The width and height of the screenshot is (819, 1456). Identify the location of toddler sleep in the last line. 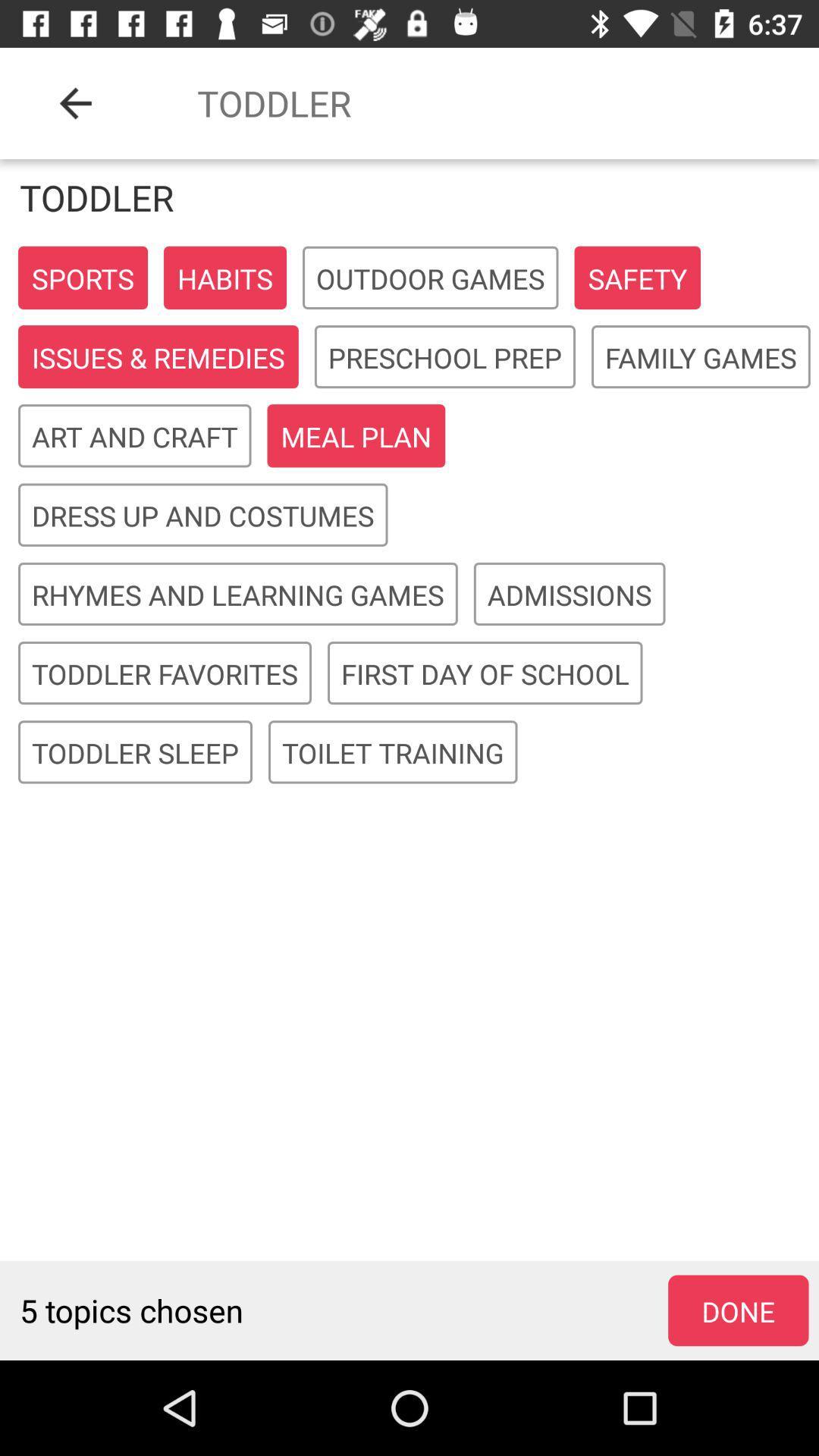
(134, 752).